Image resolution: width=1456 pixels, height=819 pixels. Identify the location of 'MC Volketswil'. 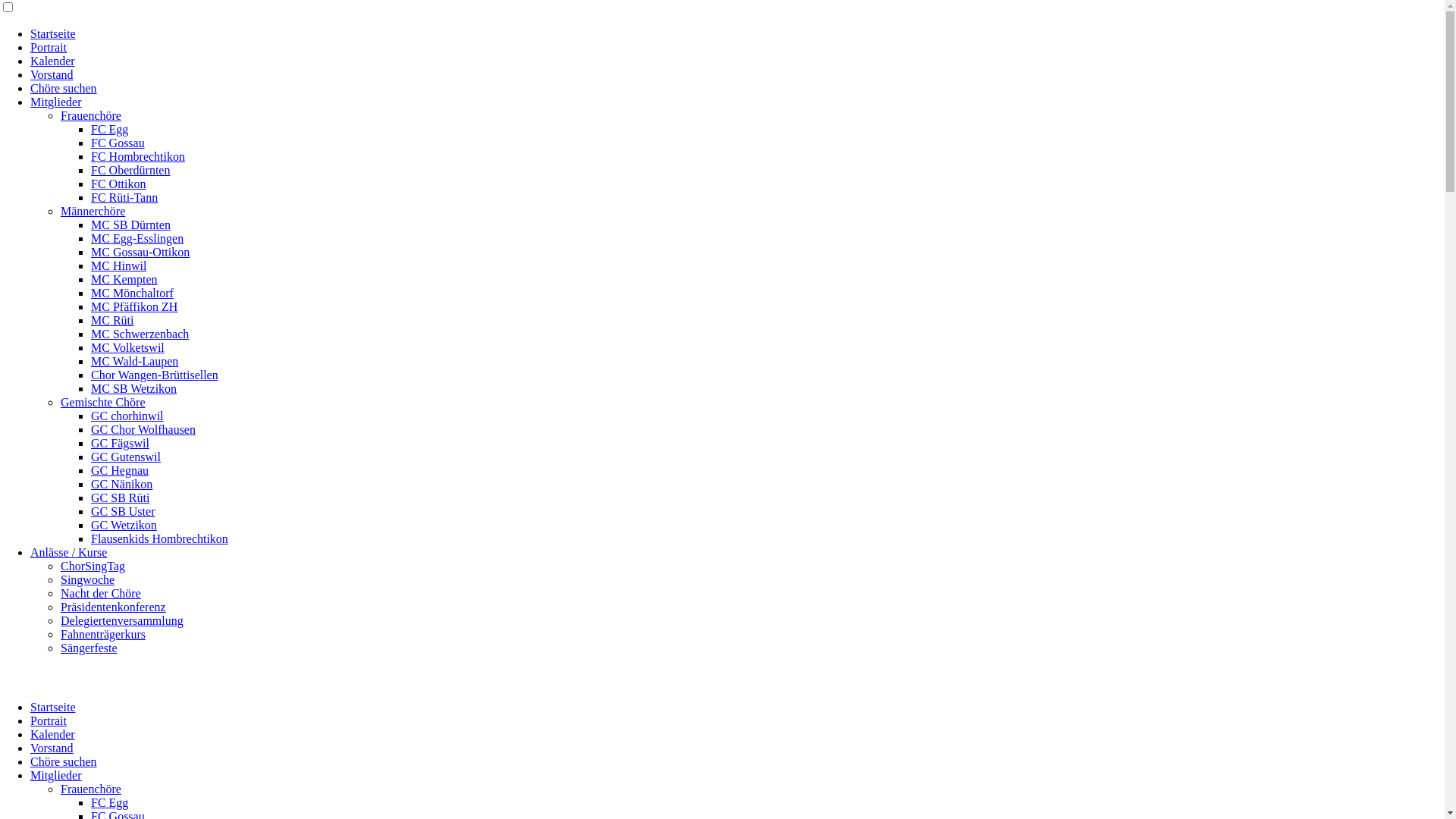
(127, 347).